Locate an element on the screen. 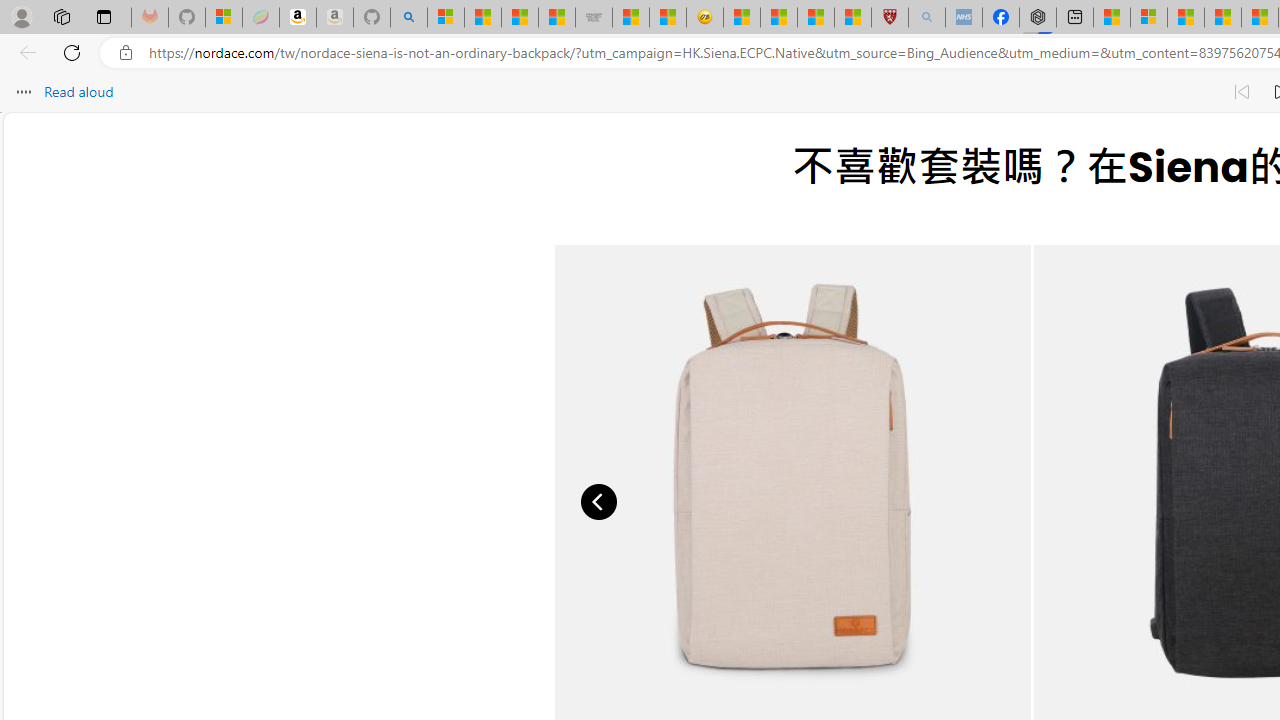 The image size is (1280, 720). 'Combat Siege' is located at coordinates (592, 17).